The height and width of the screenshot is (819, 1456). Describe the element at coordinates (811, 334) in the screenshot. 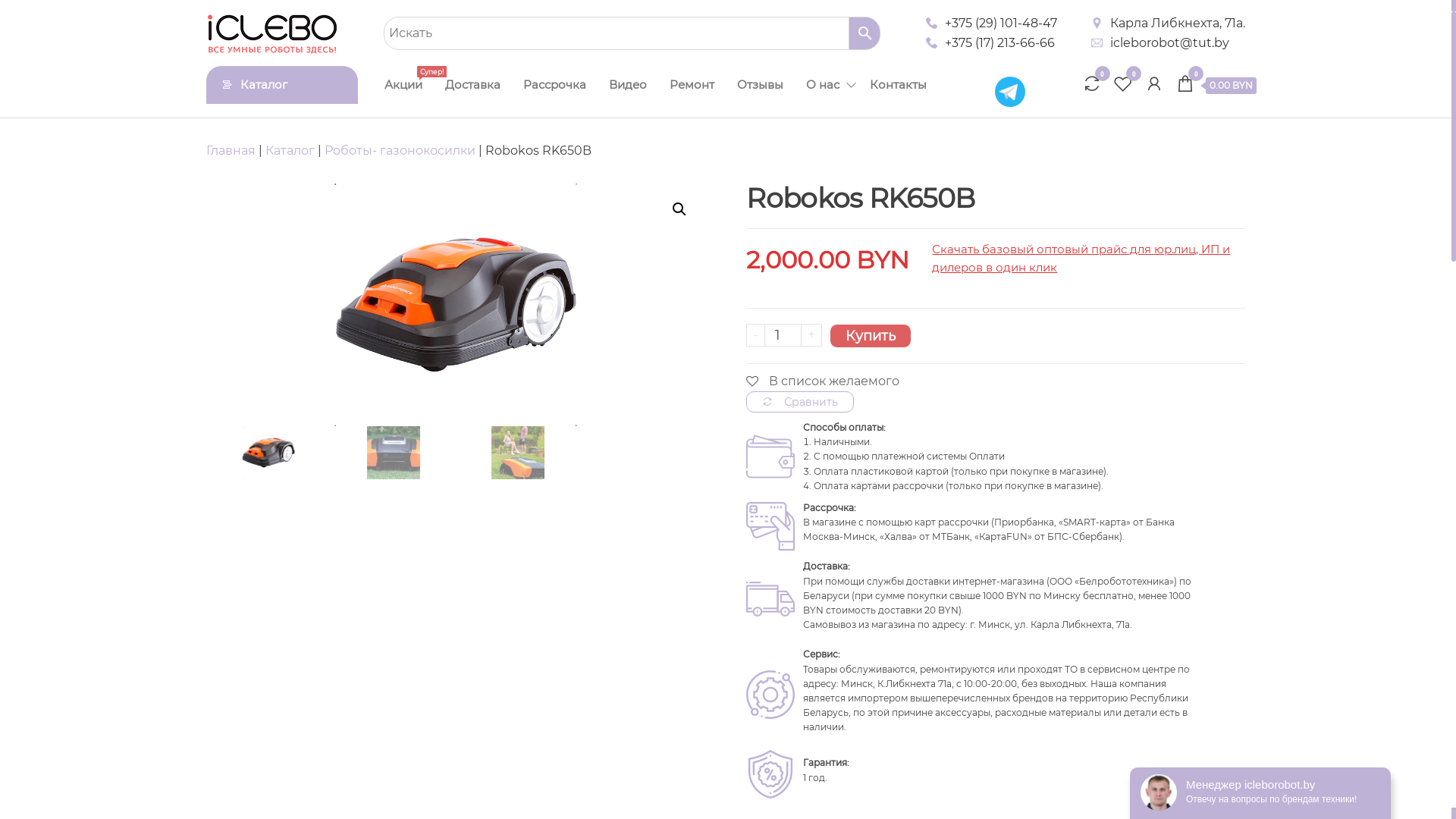

I see `'+'` at that location.